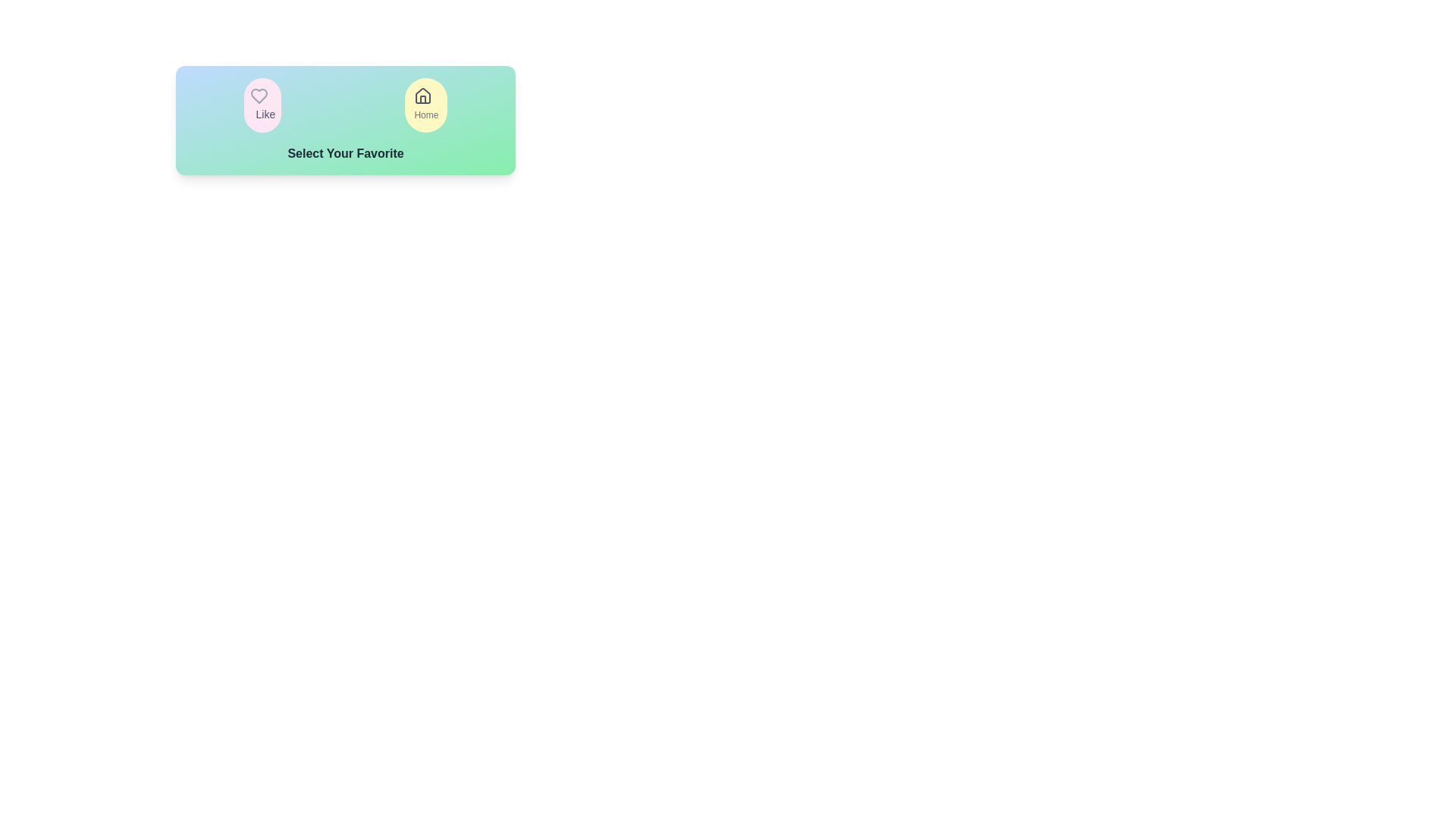  Describe the element at coordinates (423, 96) in the screenshot. I see `the house icon within the rounded button labeled 'Home', which has a gray stroke and a yellow background` at that location.